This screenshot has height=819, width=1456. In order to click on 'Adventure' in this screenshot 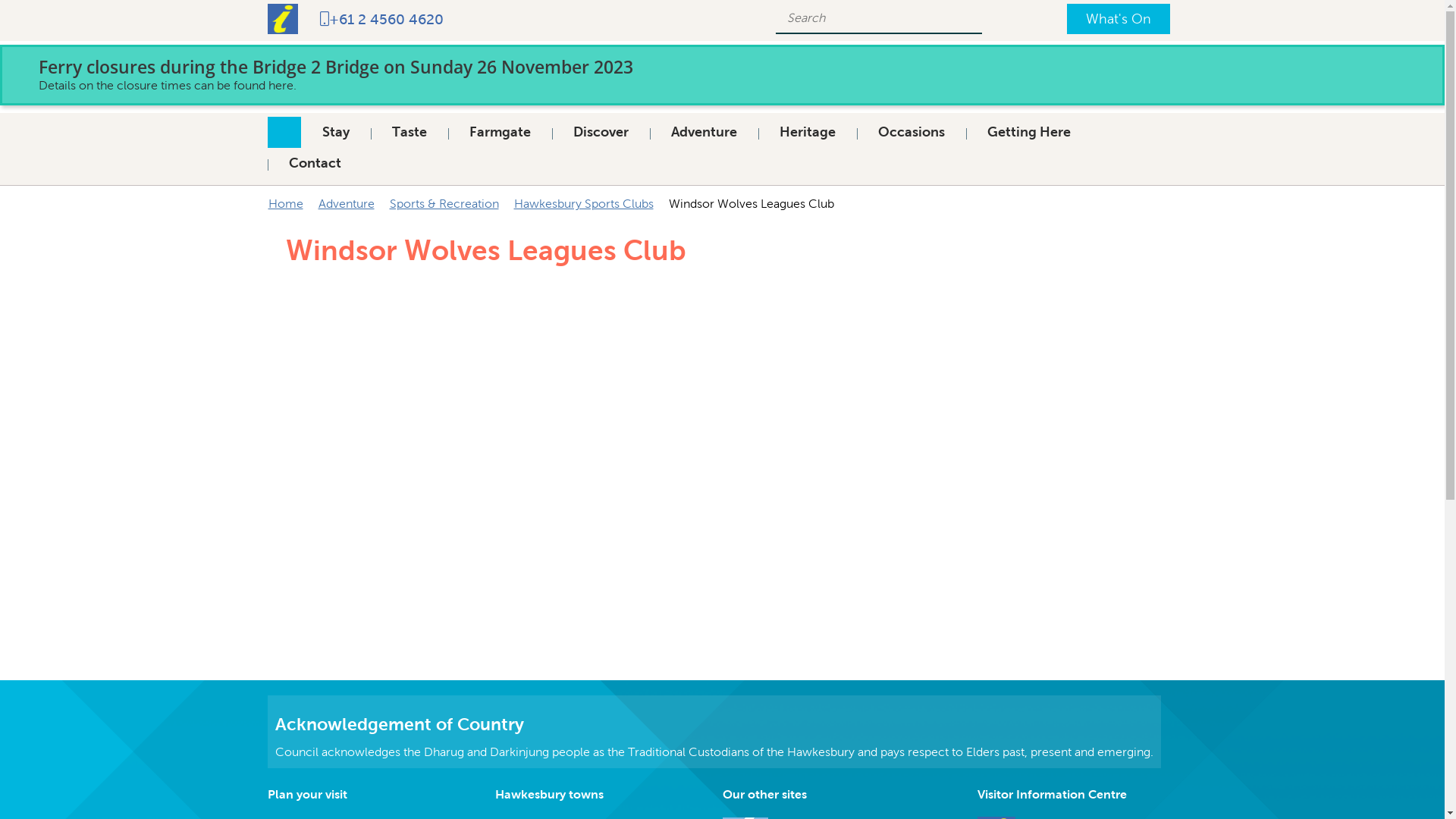, I will do `click(318, 202)`.